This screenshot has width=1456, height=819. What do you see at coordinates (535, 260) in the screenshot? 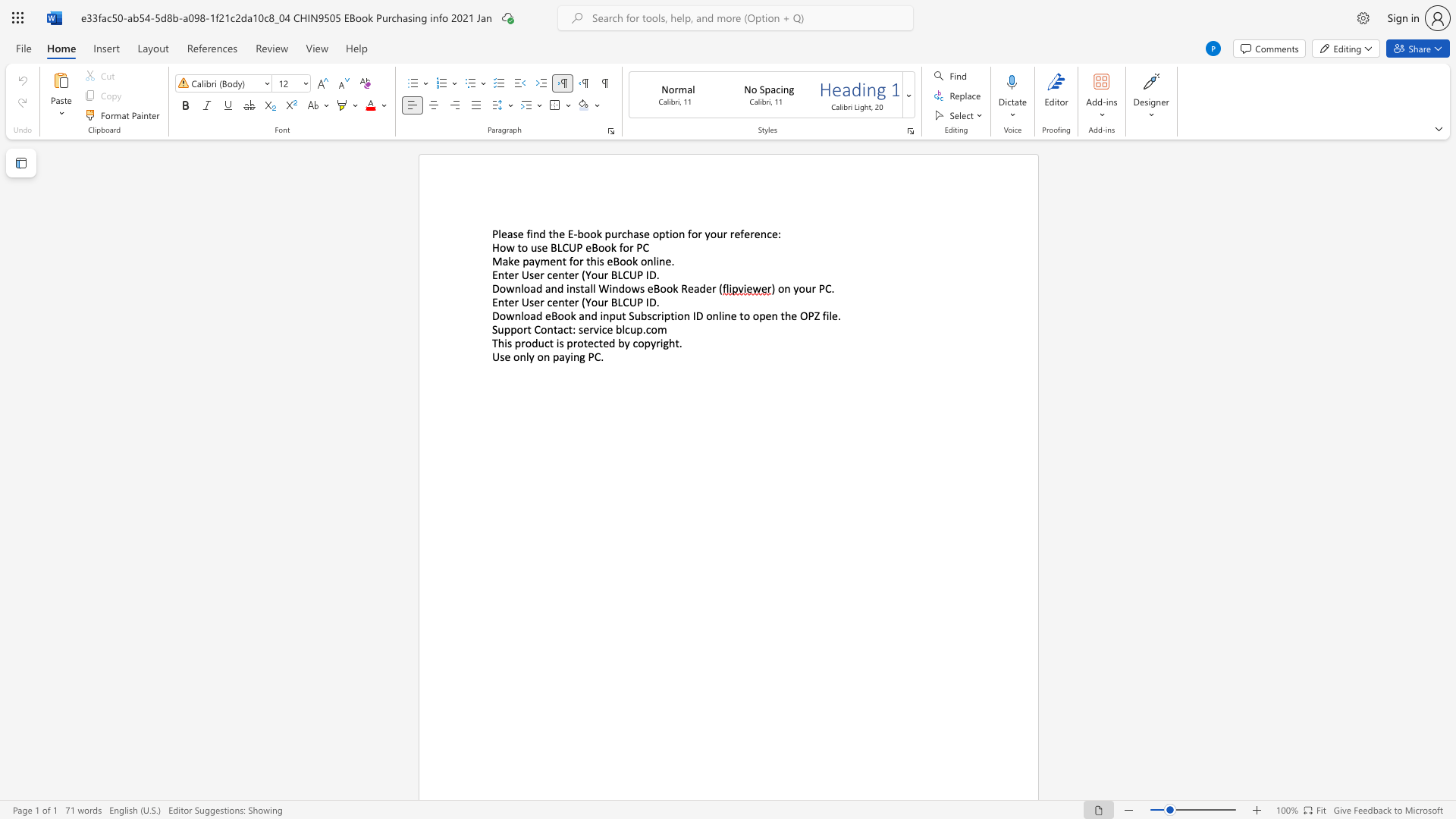
I see `the subset text "yment for th" within the text "Make payment for this eBook online."` at bounding box center [535, 260].